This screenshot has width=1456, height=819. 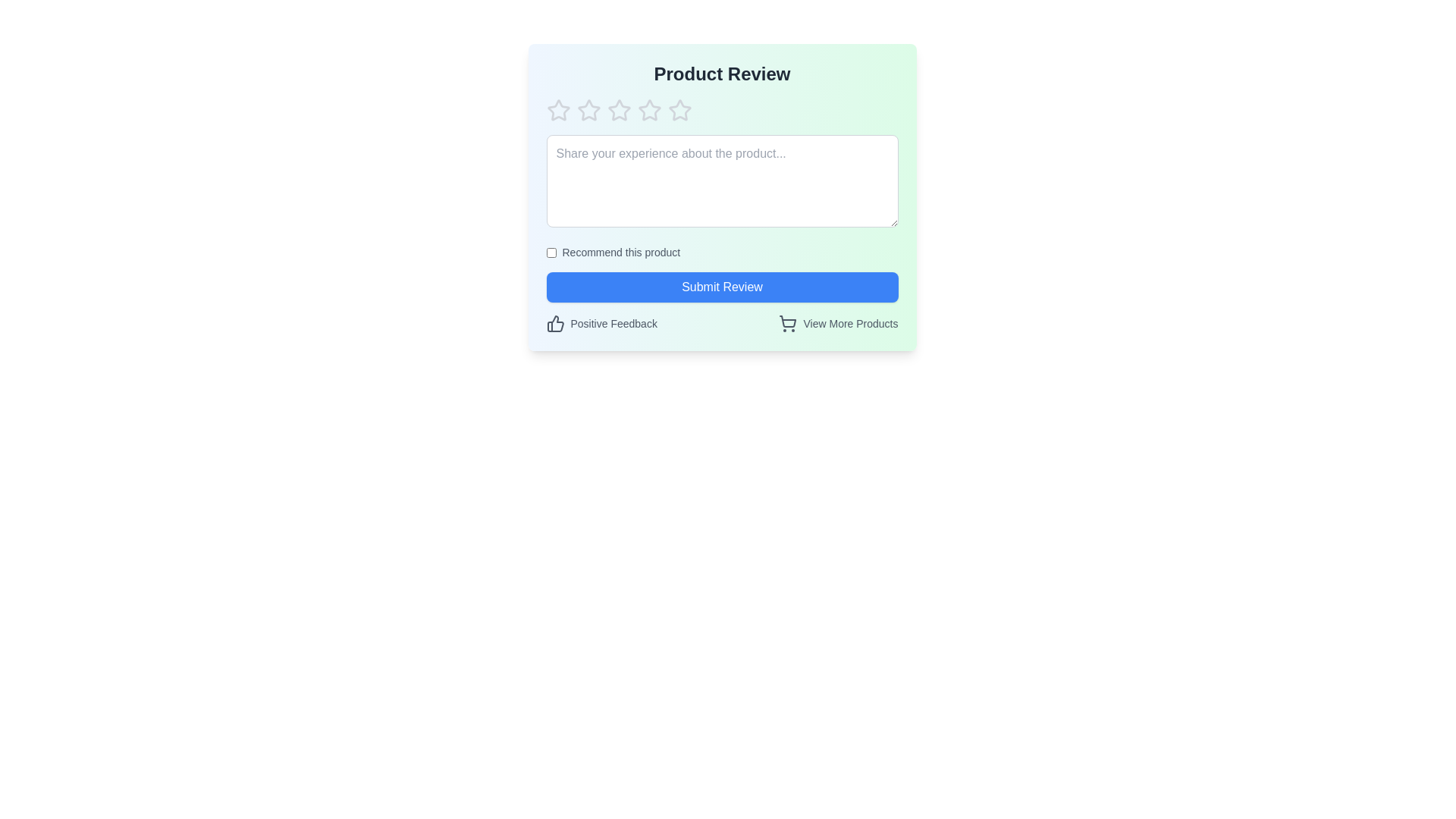 What do you see at coordinates (679, 110) in the screenshot?
I see `the product rating to 5 stars by clicking on the respective star` at bounding box center [679, 110].